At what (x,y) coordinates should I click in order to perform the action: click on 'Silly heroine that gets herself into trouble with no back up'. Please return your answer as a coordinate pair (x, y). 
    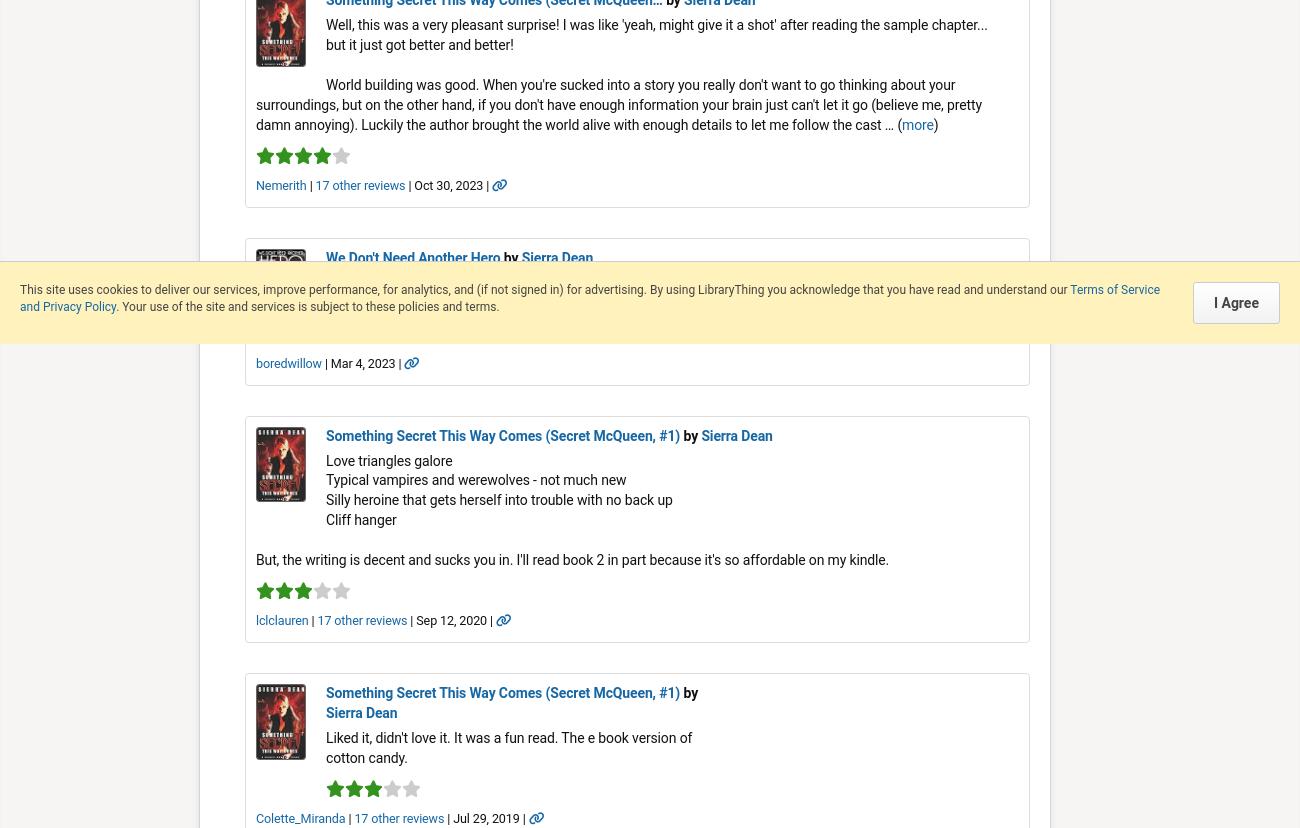
    Looking at the image, I should click on (498, 500).